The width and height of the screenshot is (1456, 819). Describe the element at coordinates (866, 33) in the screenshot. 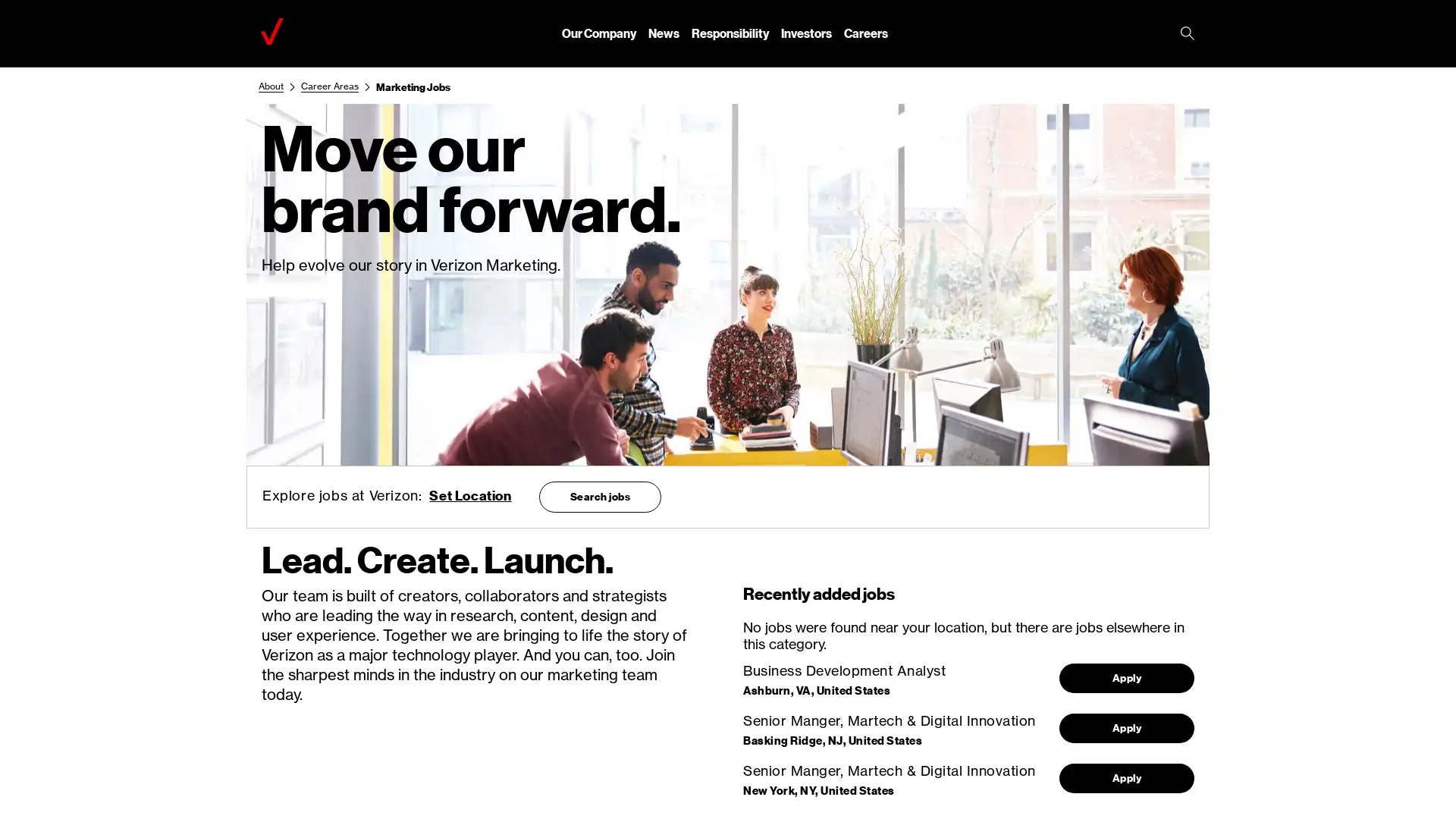

I see `Careers Menu List` at that location.